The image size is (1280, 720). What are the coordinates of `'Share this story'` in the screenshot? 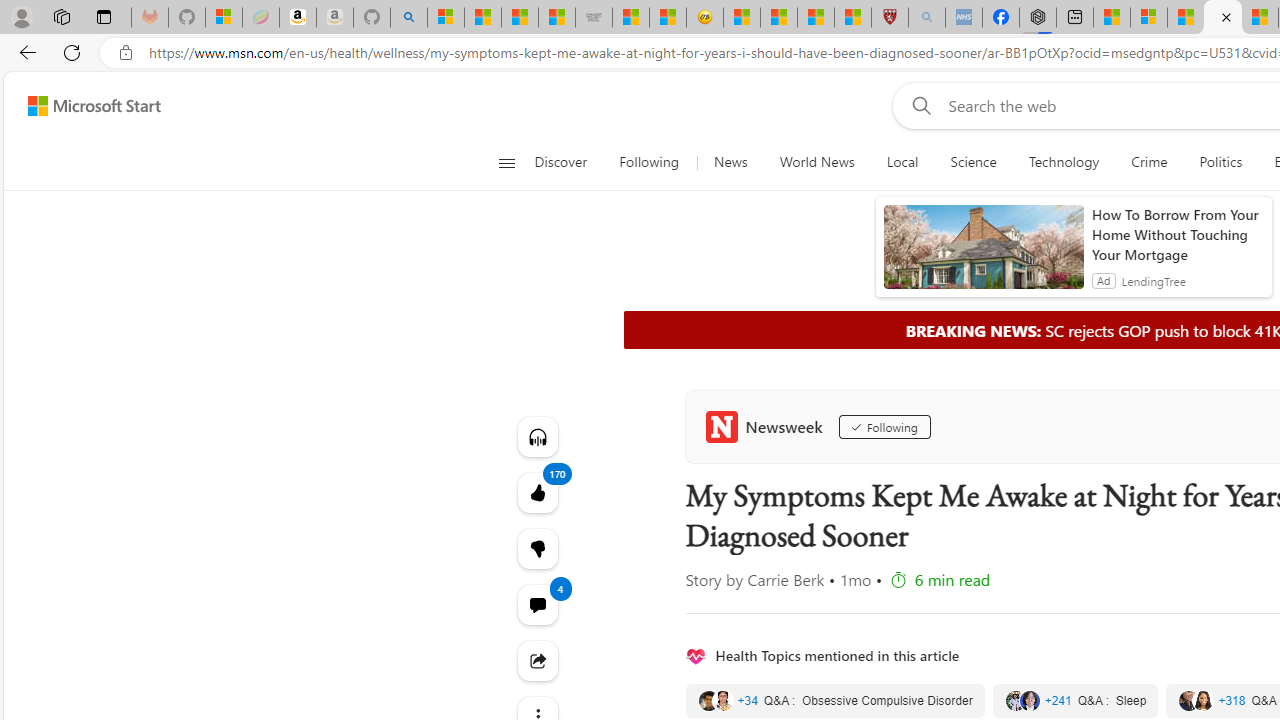 It's located at (537, 660).